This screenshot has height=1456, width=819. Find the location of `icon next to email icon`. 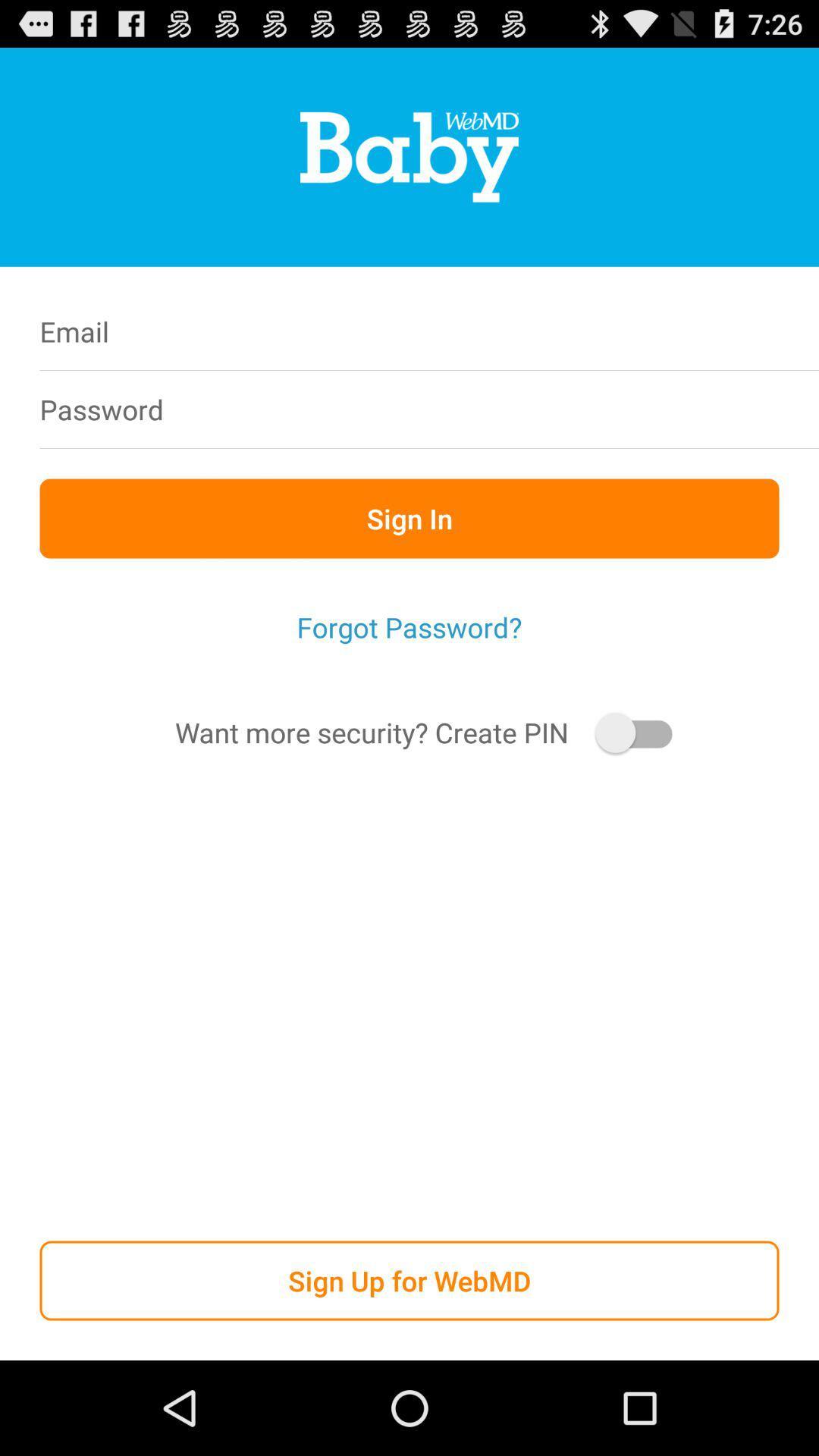

icon next to email icon is located at coordinates (507, 331).